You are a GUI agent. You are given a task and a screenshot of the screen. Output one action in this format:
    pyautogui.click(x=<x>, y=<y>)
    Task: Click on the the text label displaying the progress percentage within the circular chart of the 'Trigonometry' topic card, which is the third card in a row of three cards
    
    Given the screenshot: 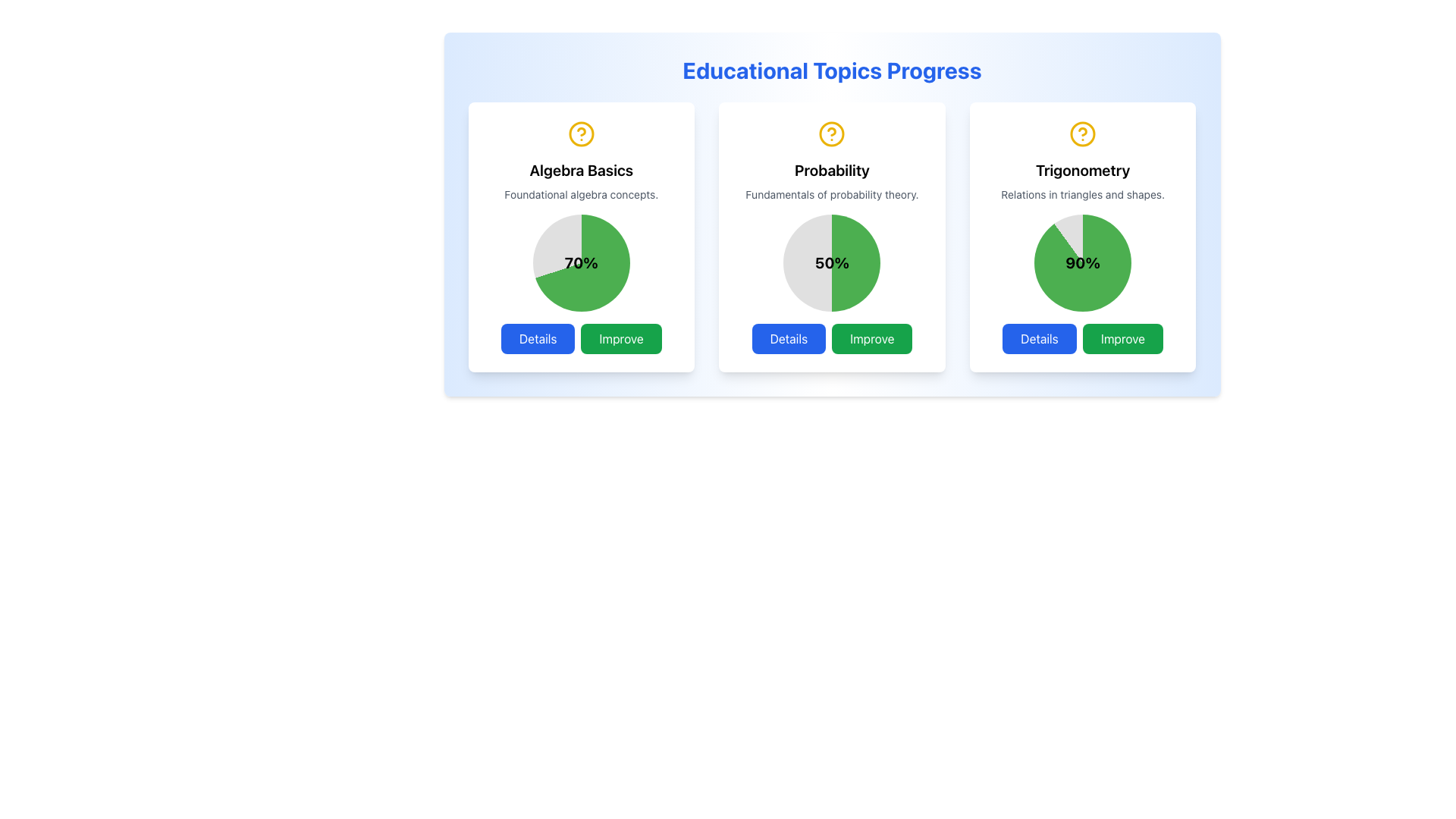 What is the action you would take?
    pyautogui.click(x=1082, y=262)
    